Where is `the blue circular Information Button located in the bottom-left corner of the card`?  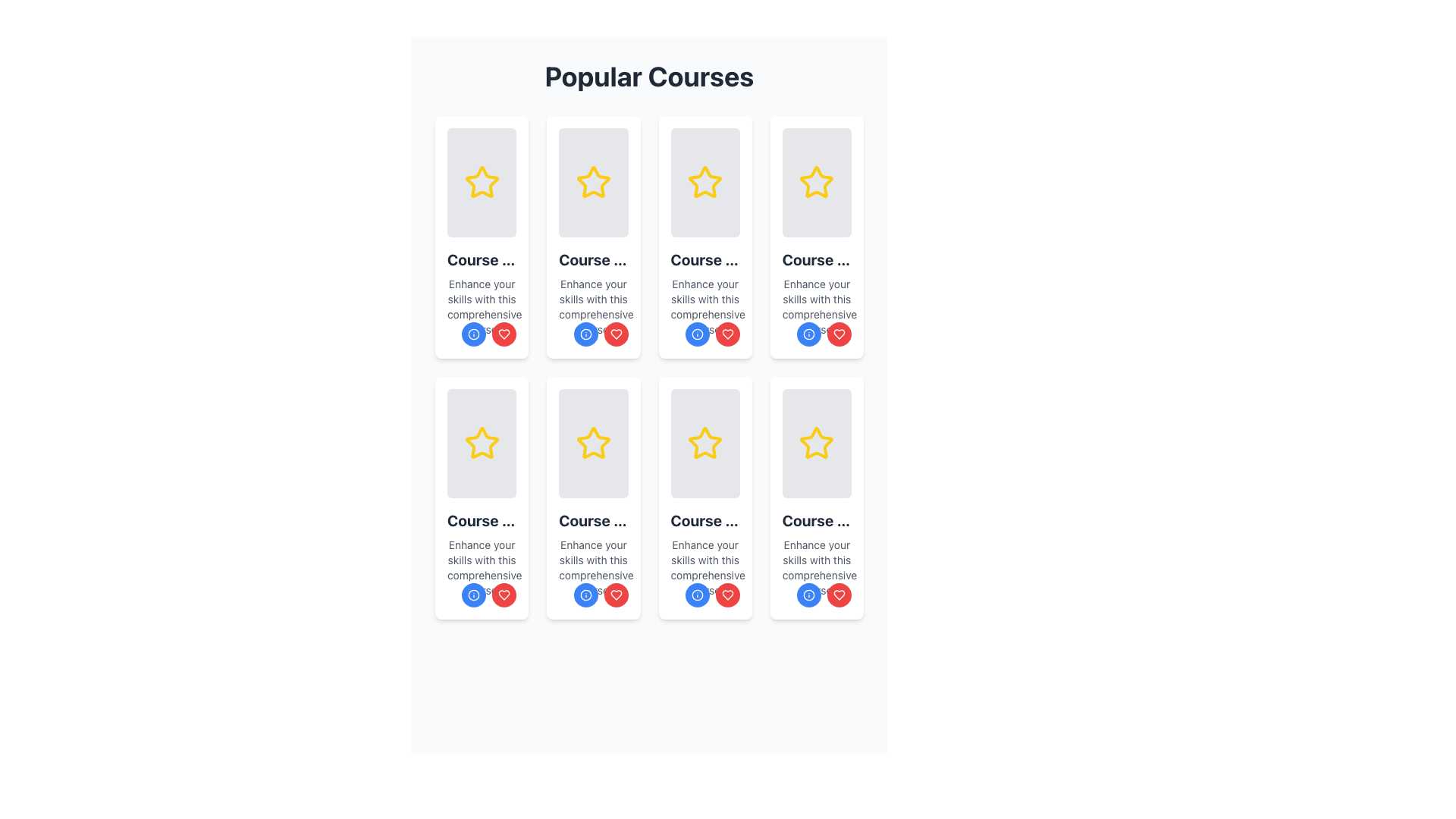
the blue circular Information Button located in the bottom-left corner of the card is located at coordinates (585, 595).